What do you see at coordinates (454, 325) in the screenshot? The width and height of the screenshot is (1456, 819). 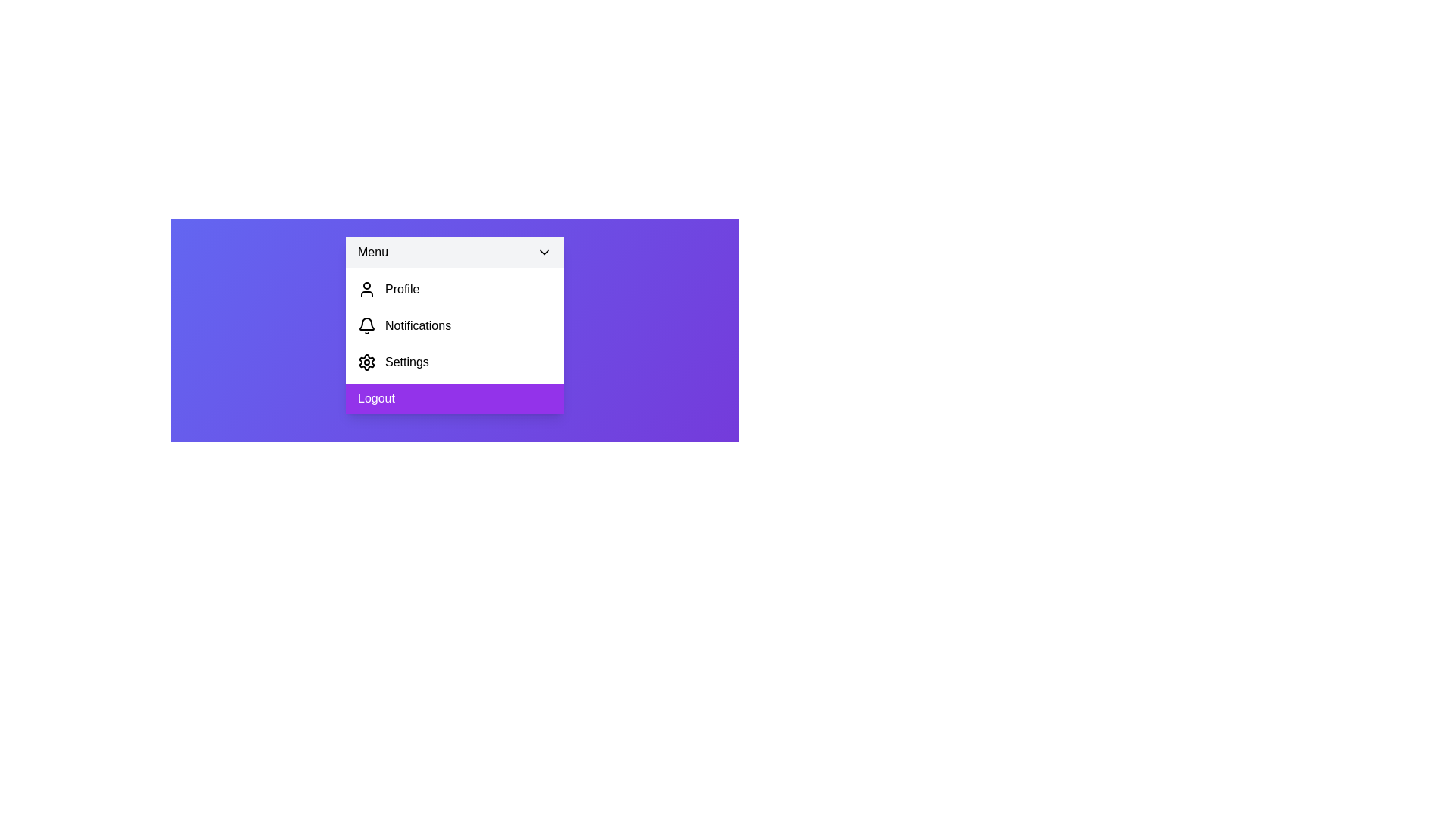 I see `the 'Notifications' option in the menu` at bounding box center [454, 325].